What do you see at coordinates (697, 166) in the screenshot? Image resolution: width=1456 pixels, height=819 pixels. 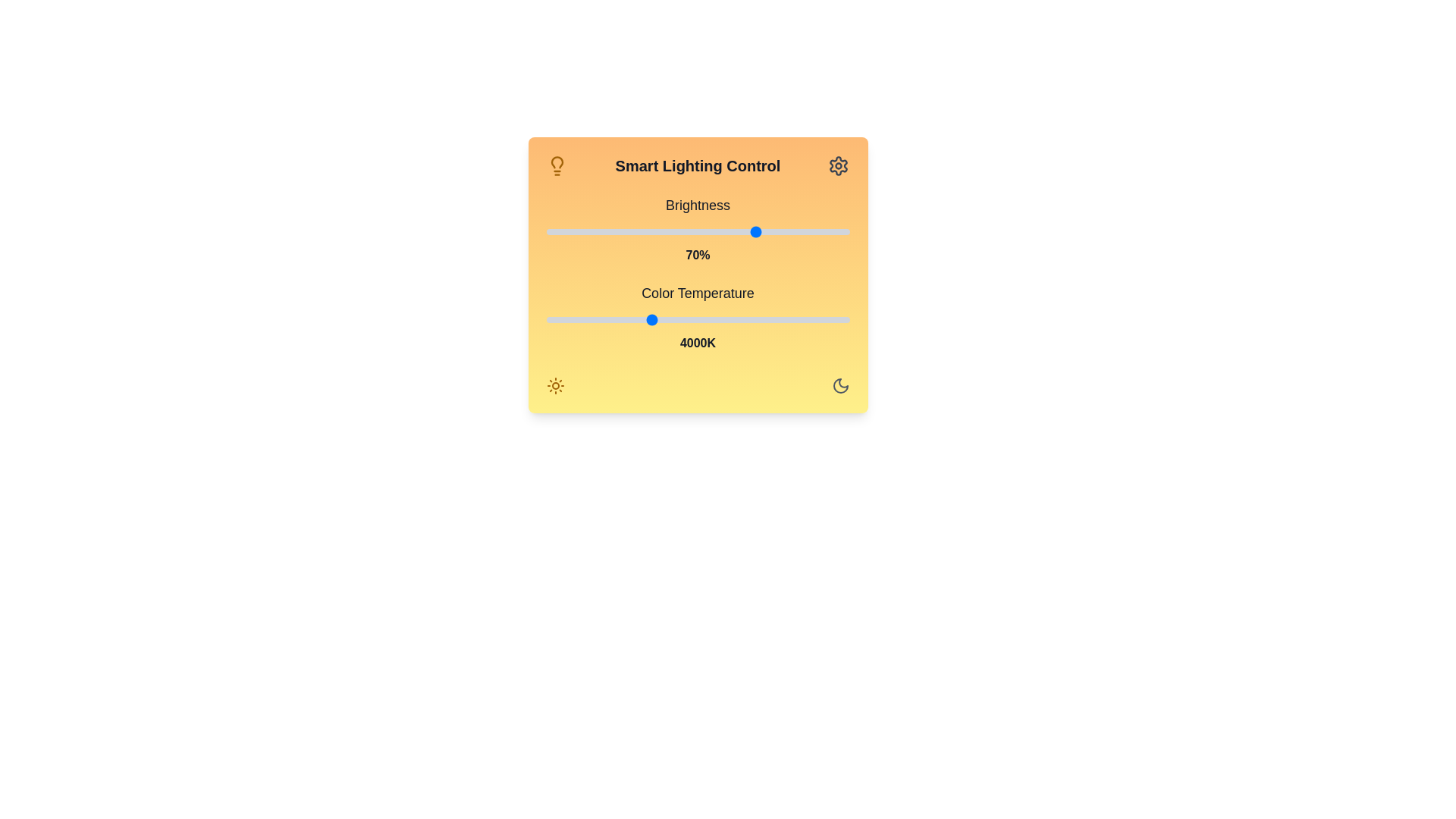 I see `the title 'Smart Lighting Control' to focus on it` at bounding box center [697, 166].